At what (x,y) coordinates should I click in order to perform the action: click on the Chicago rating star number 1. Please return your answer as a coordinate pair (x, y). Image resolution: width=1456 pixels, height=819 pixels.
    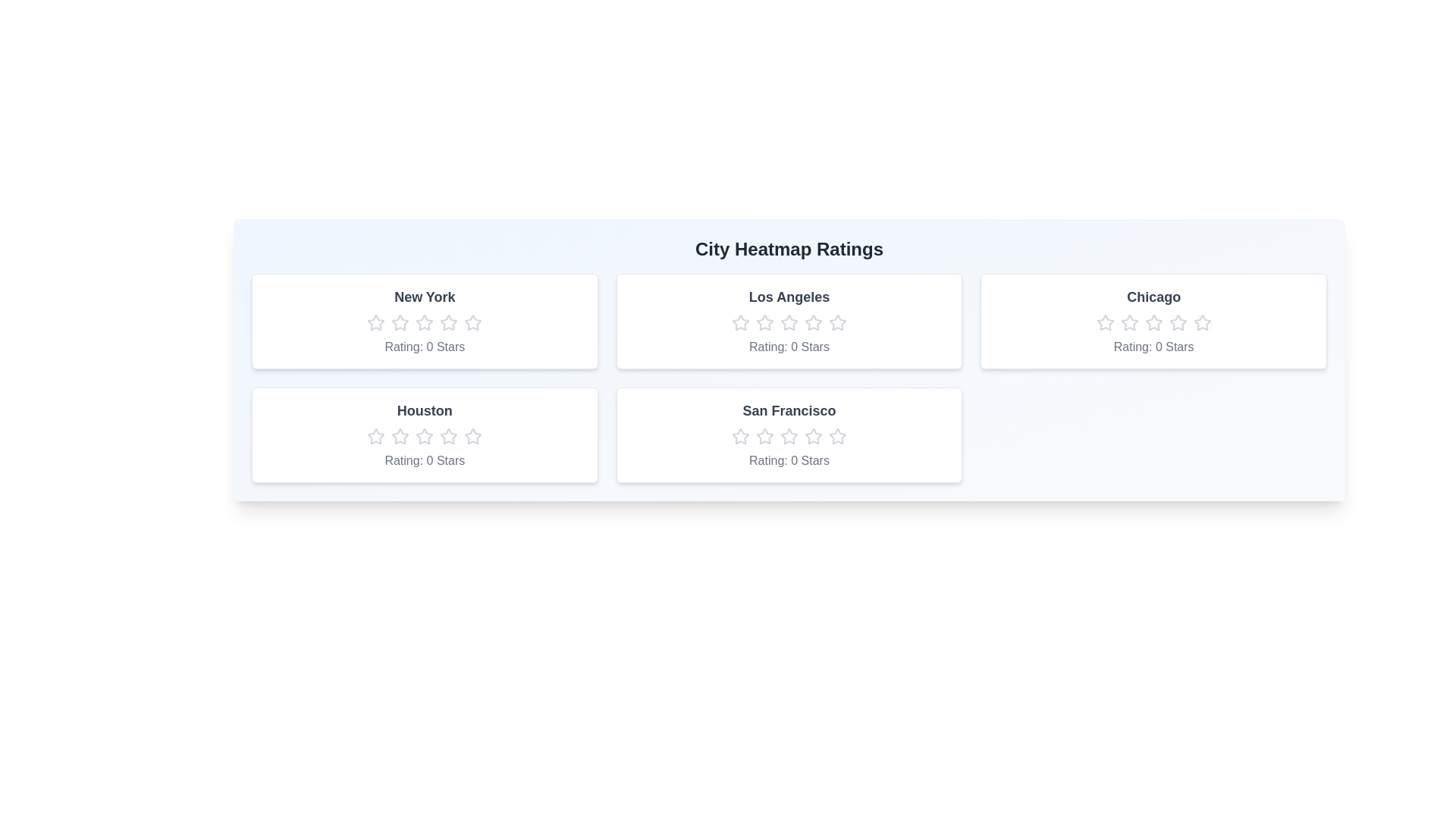
    Looking at the image, I should click on (1105, 322).